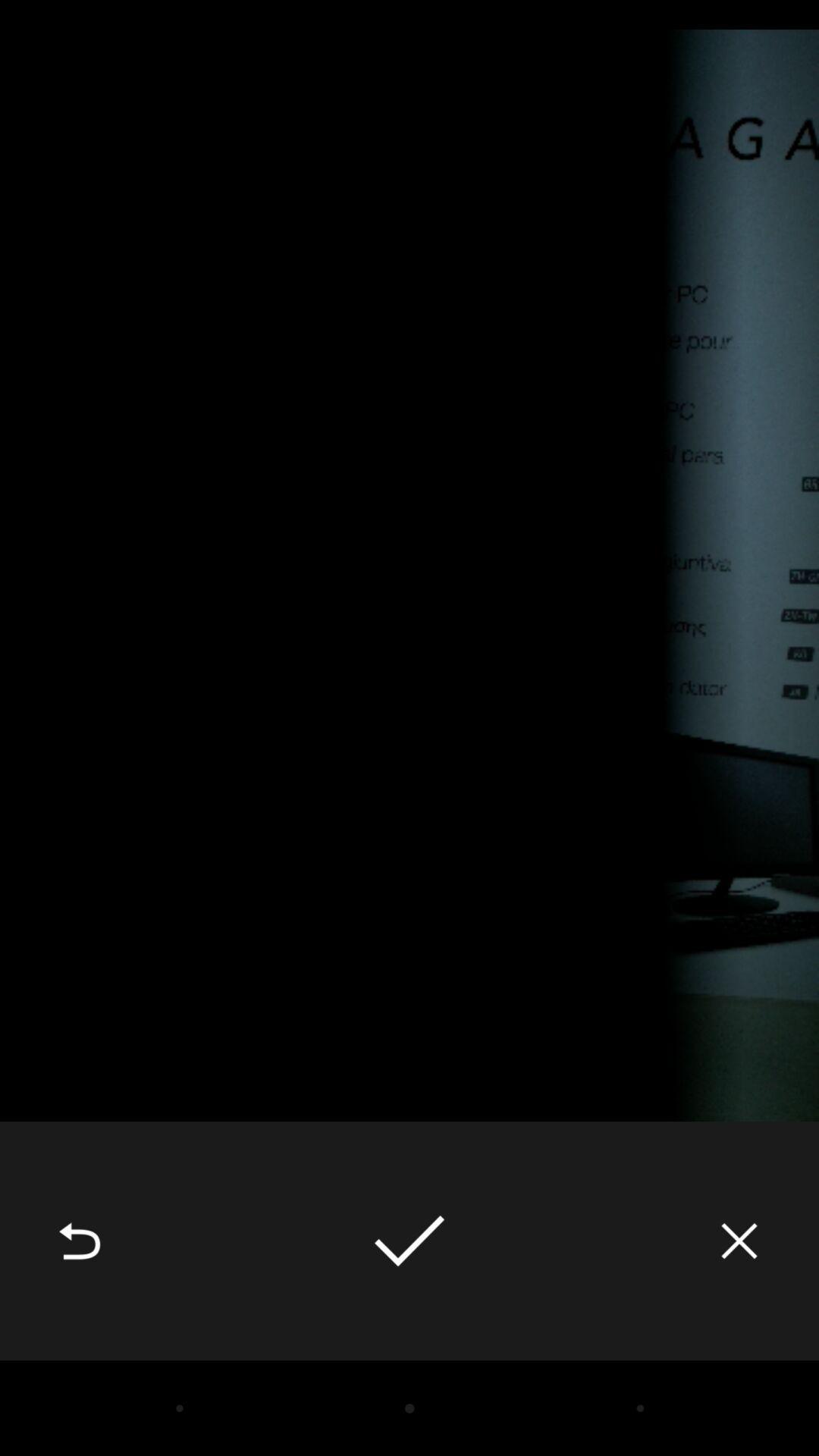  What do you see at coordinates (739, 1241) in the screenshot?
I see `icon at the bottom right corner` at bounding box center [739, 1241].